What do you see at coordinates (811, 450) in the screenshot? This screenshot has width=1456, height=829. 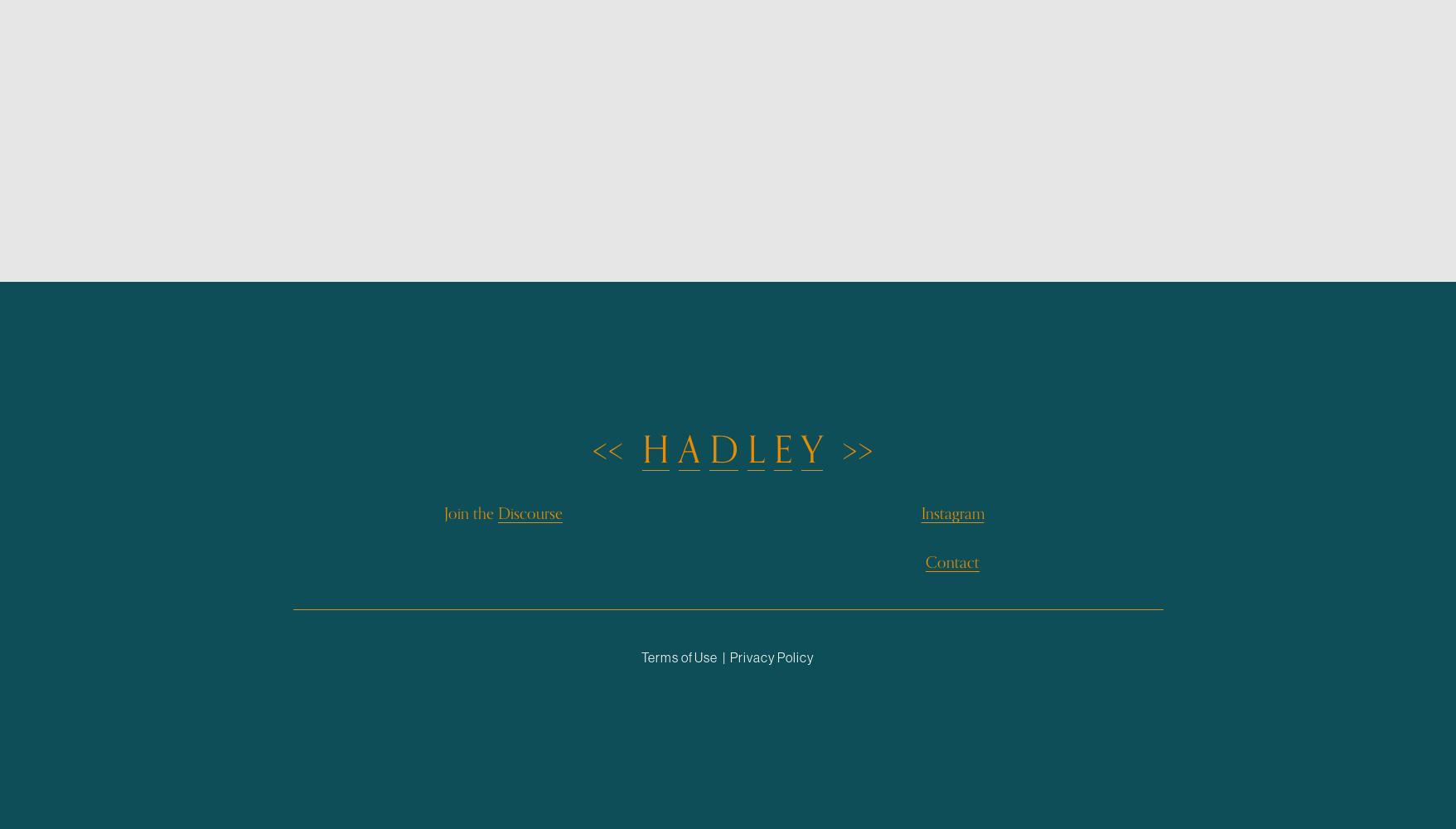 I see `'Y'` at bounding box center [811, 450].